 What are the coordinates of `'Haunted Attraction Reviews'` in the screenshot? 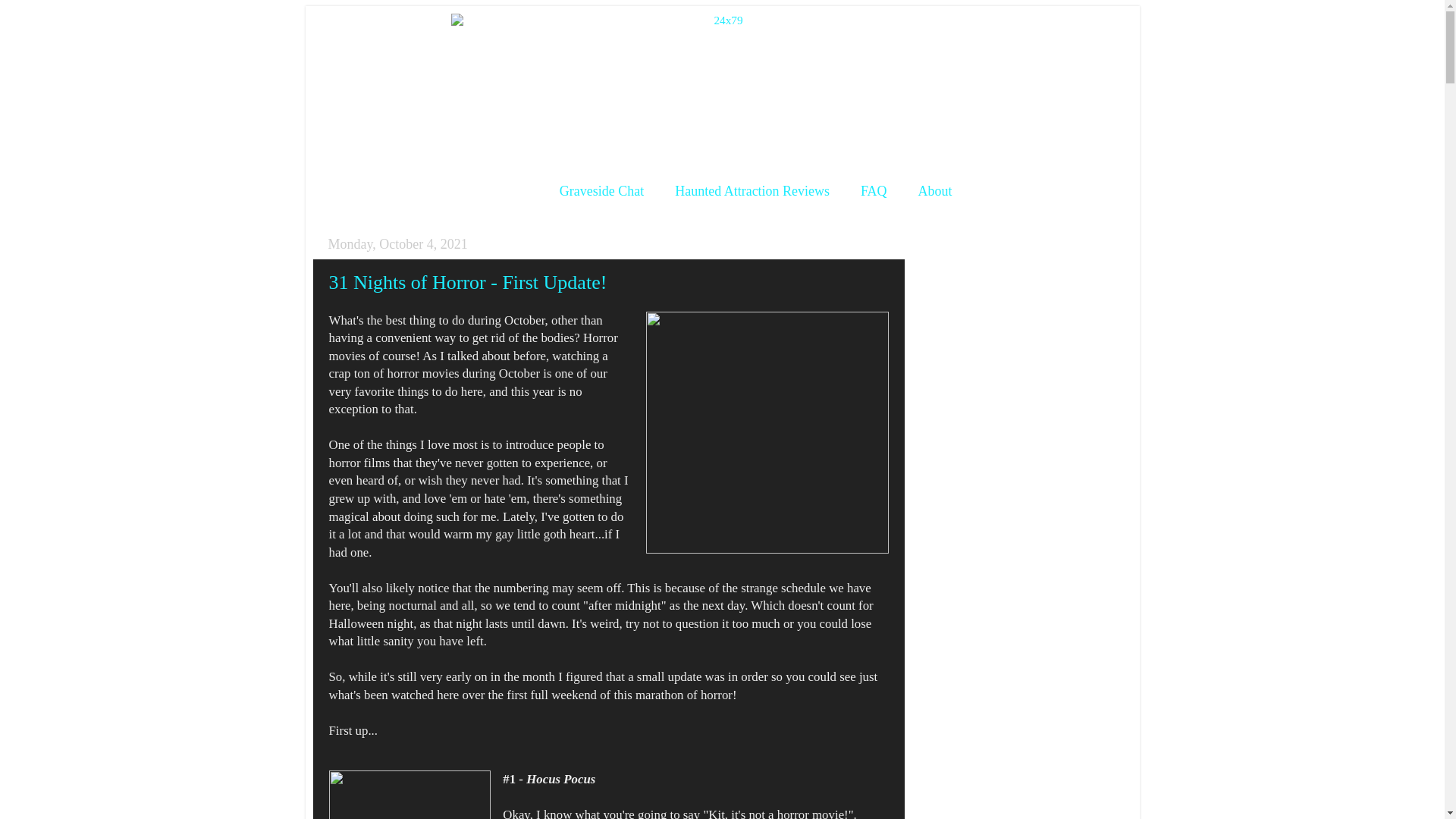 It's located at (752, 190).